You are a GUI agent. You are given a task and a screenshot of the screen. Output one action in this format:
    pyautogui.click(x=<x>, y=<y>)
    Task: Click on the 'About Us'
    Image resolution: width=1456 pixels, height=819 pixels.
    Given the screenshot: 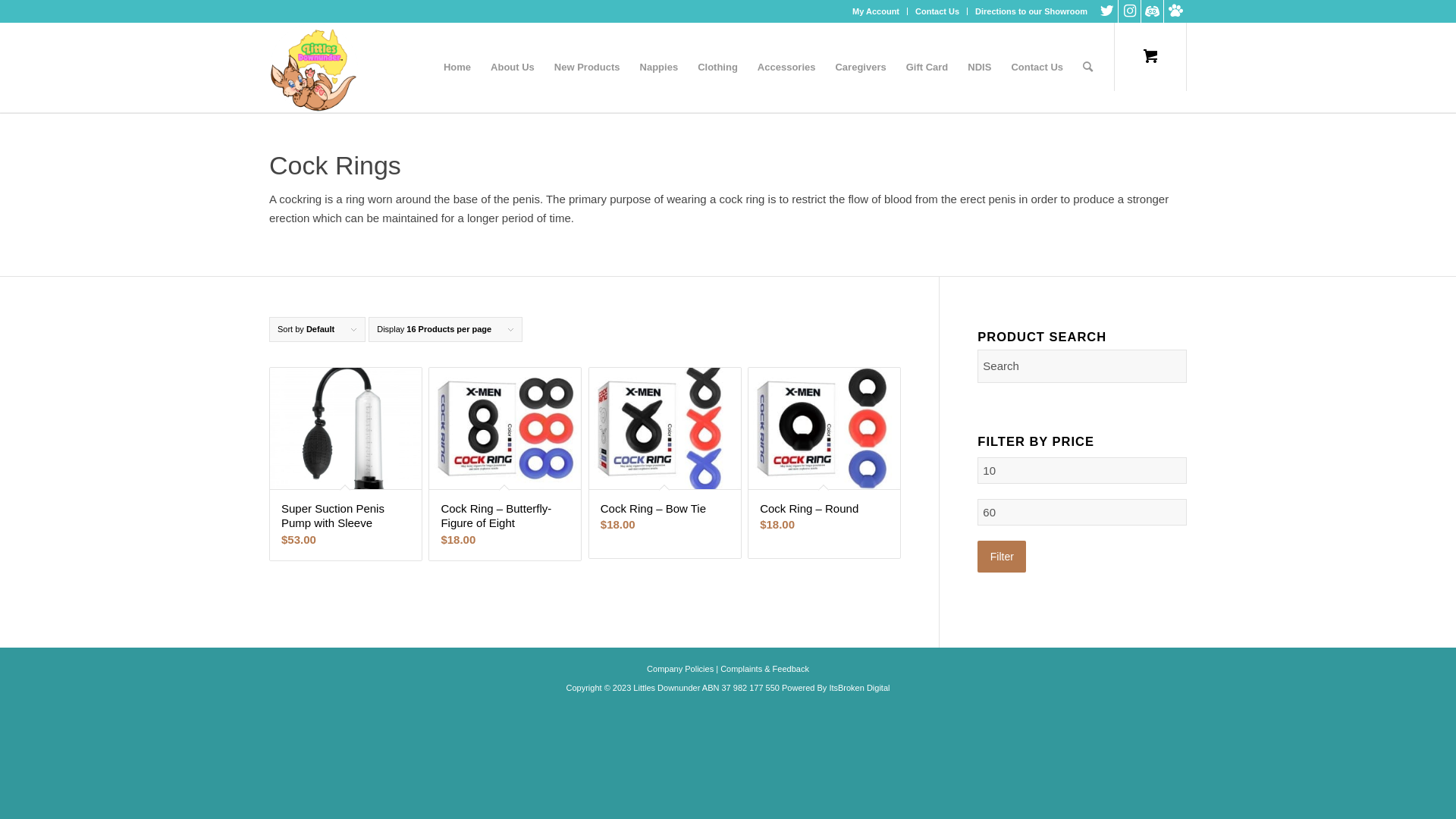 What is the action you would take?
    pyautogui.click(x=513, y=66)
    